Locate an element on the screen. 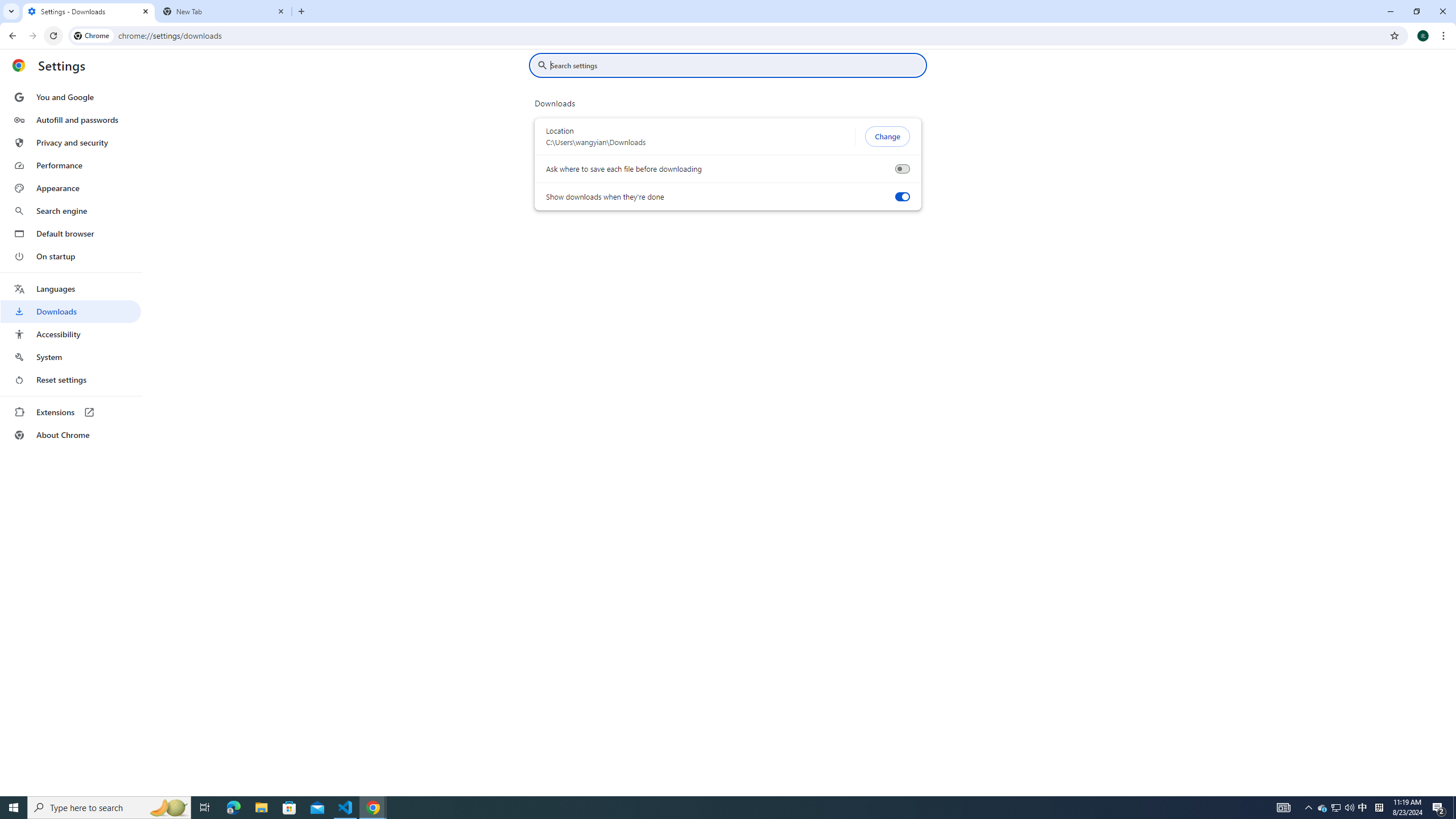 This screenshot has height=819, width=1456. 'Reset settings' is located at coordinates (70, 379).